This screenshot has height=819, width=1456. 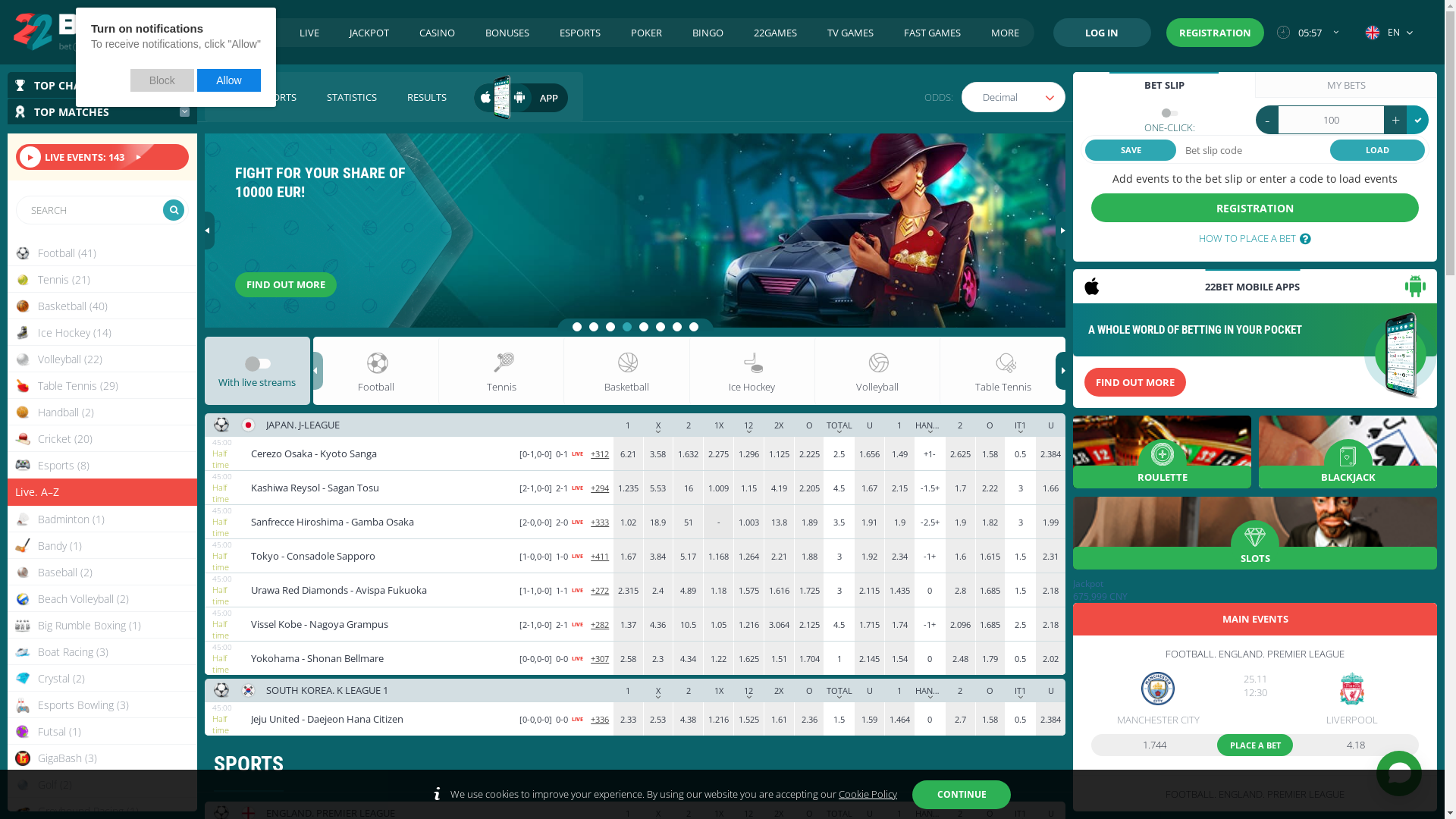 I want to click on 'TV GAMES', so click(x=811, y=32).